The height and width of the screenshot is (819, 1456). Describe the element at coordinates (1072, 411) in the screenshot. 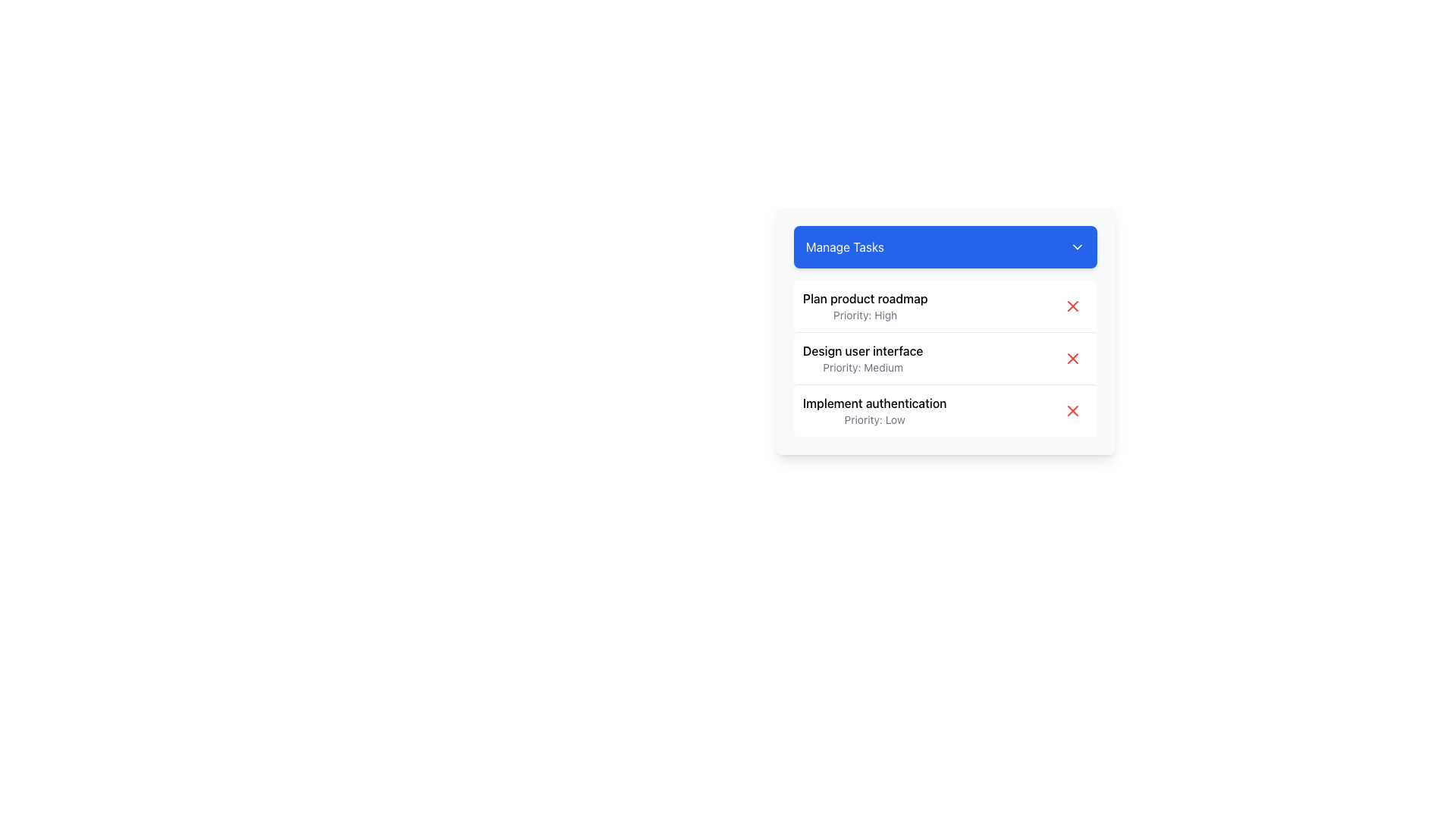

I see `the delete button located at the far right end of the task item labeled 'Implement authentication' with the description 'Priority: Low' under 'Manage Tasks'` at that location.